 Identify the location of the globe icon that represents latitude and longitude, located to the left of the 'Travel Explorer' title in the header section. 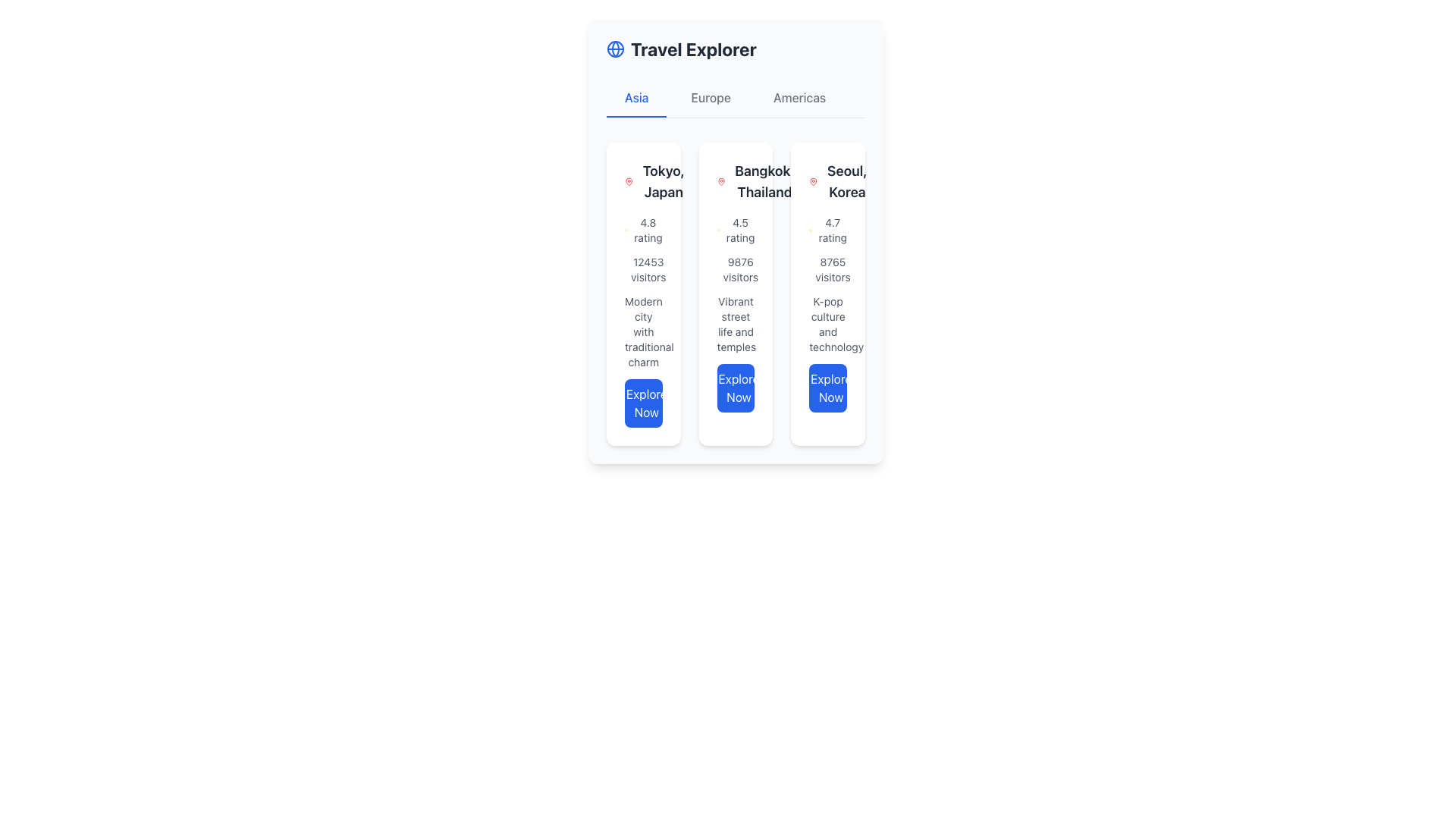
(615, 49).